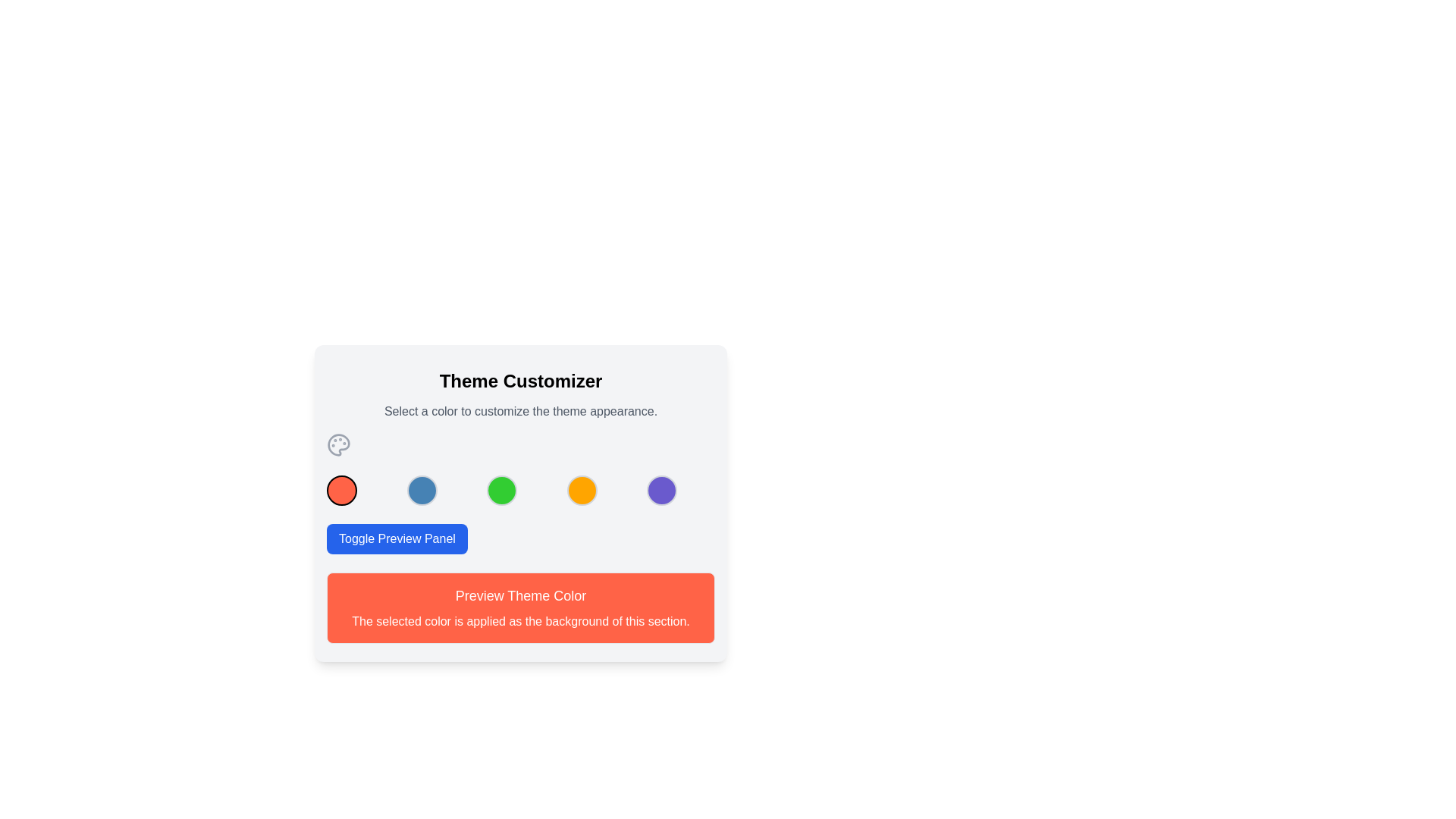 The height and width of the screenshot is (819, 1456). Describe the element at coordinates (520, 503) in the screenshot. I see `the third circle button for the green theme color selection located under the 'Theme Customizer' section` at that location.